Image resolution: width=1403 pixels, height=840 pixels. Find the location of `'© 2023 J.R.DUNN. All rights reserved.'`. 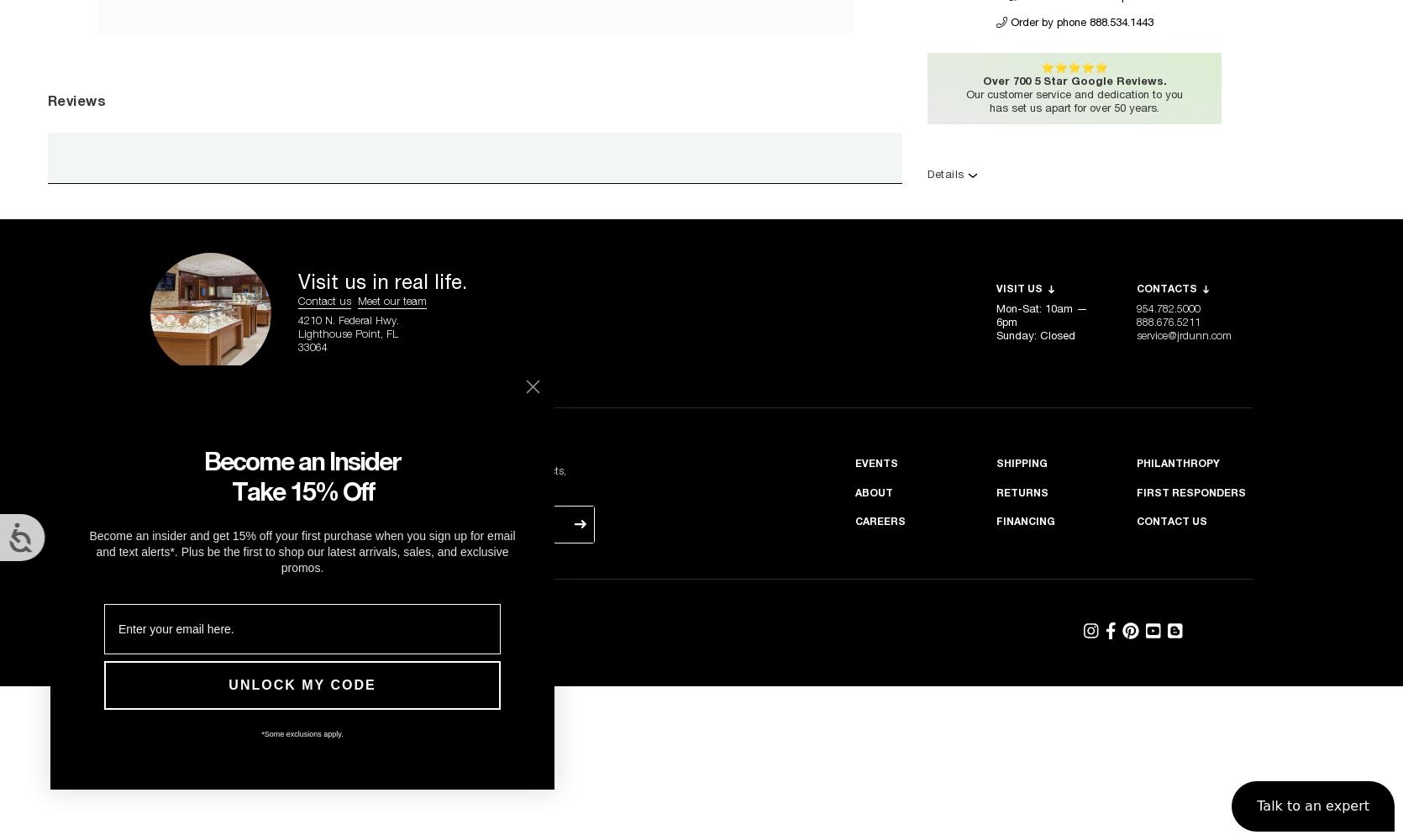

'© 2023 J.R.DUNN. All rights reserved.' is located at coordinates (355, 618).